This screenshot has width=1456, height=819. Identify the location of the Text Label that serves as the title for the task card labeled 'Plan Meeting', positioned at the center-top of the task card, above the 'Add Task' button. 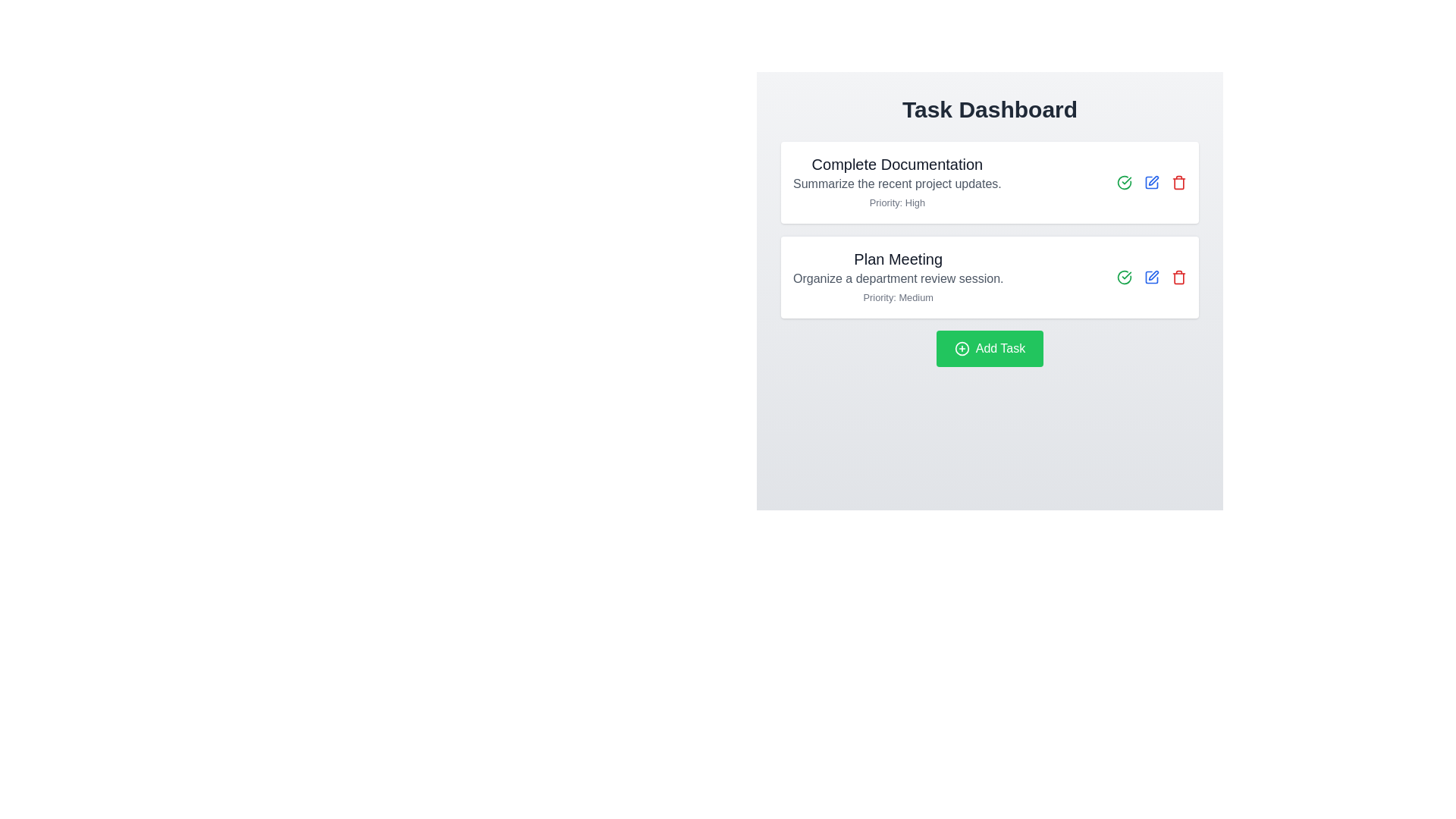
(898, 259).